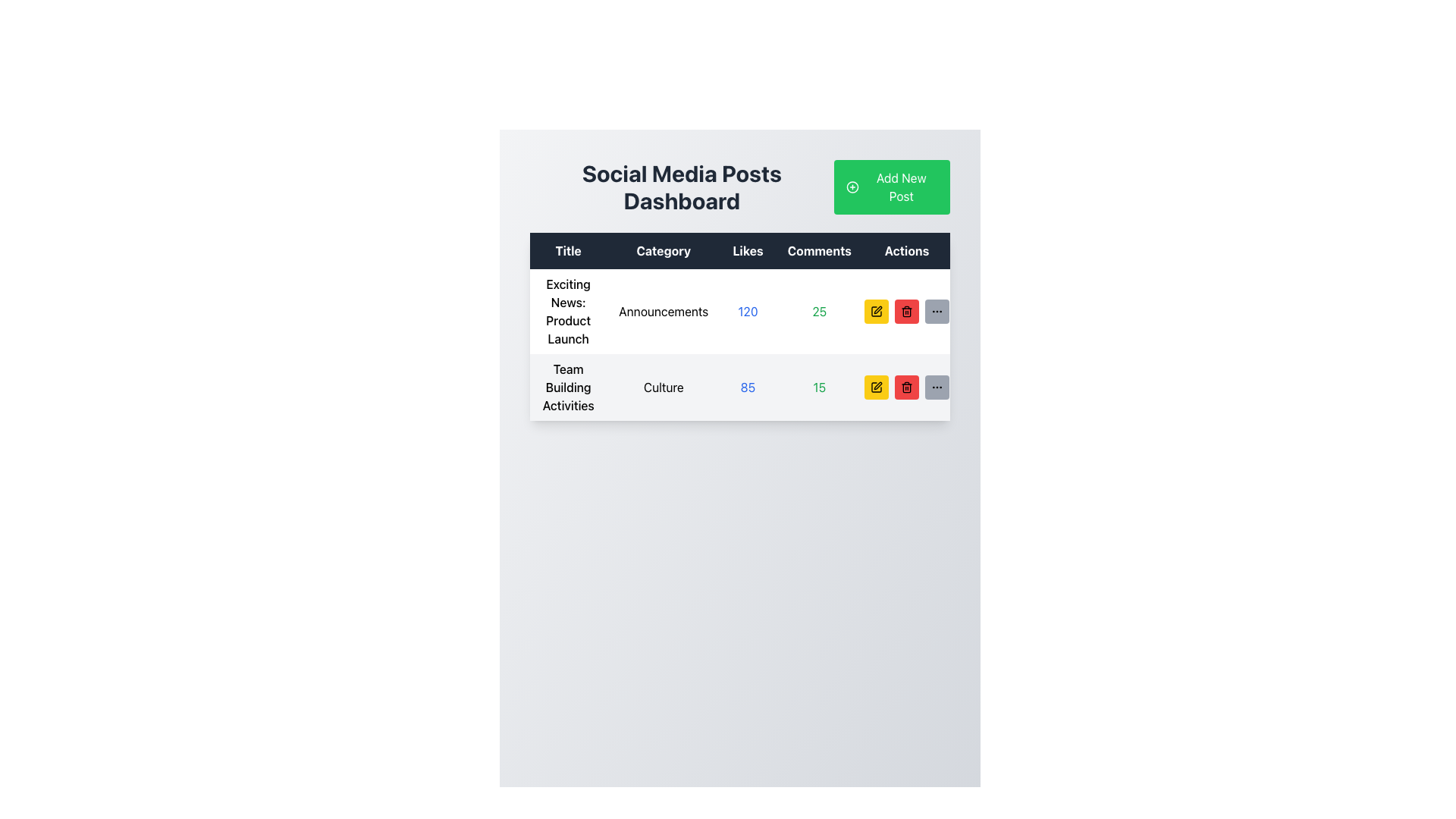 This screenshot has width=1456, height=819. I want to click on the third button in the 'Actions' column of the data table, so click(937, 386).